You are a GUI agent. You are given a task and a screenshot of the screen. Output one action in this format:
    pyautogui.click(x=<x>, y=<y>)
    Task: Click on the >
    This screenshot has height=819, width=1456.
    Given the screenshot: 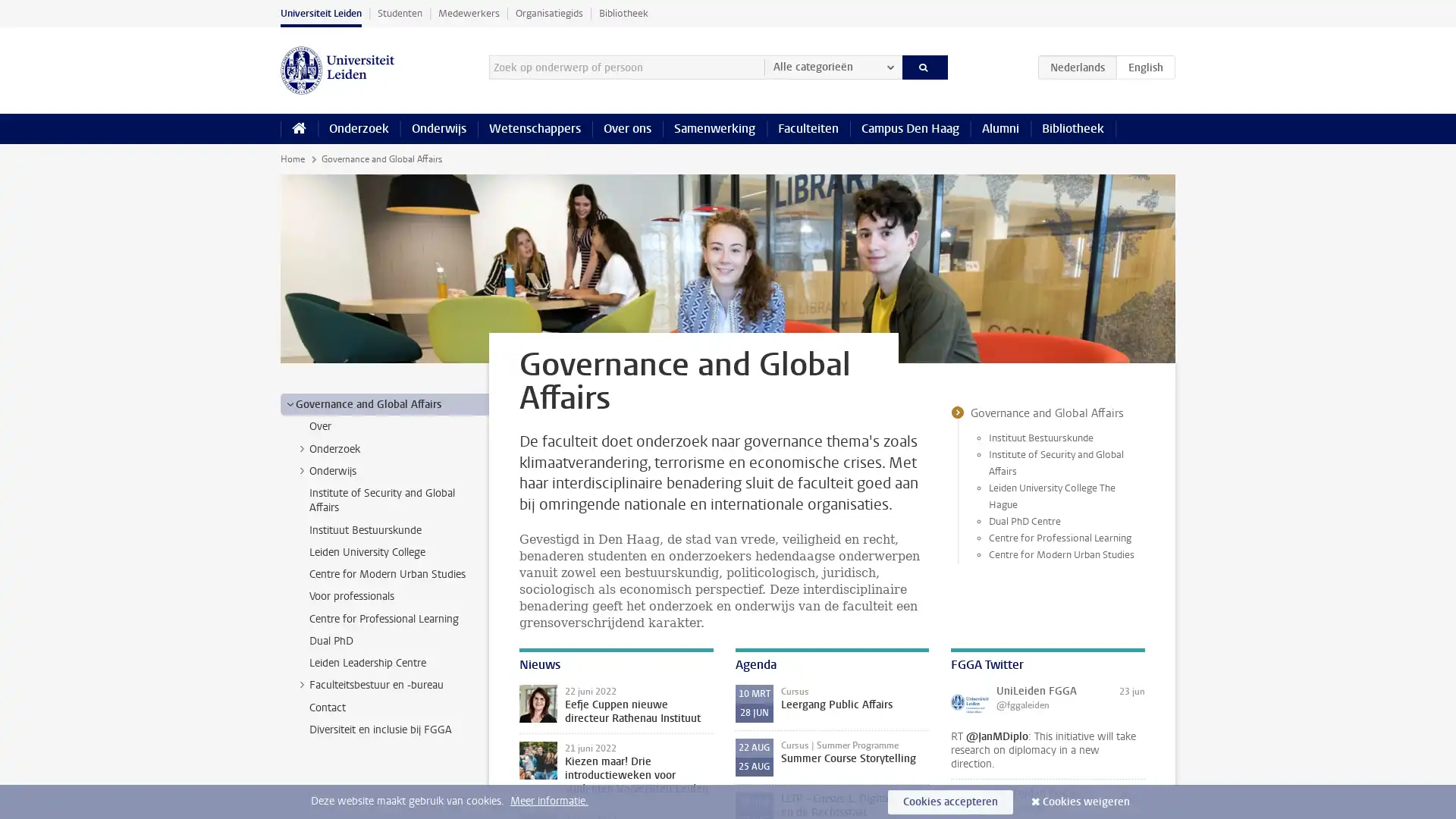 What is the action you would take?
    pyautogui.click(x=302, y=469)
    